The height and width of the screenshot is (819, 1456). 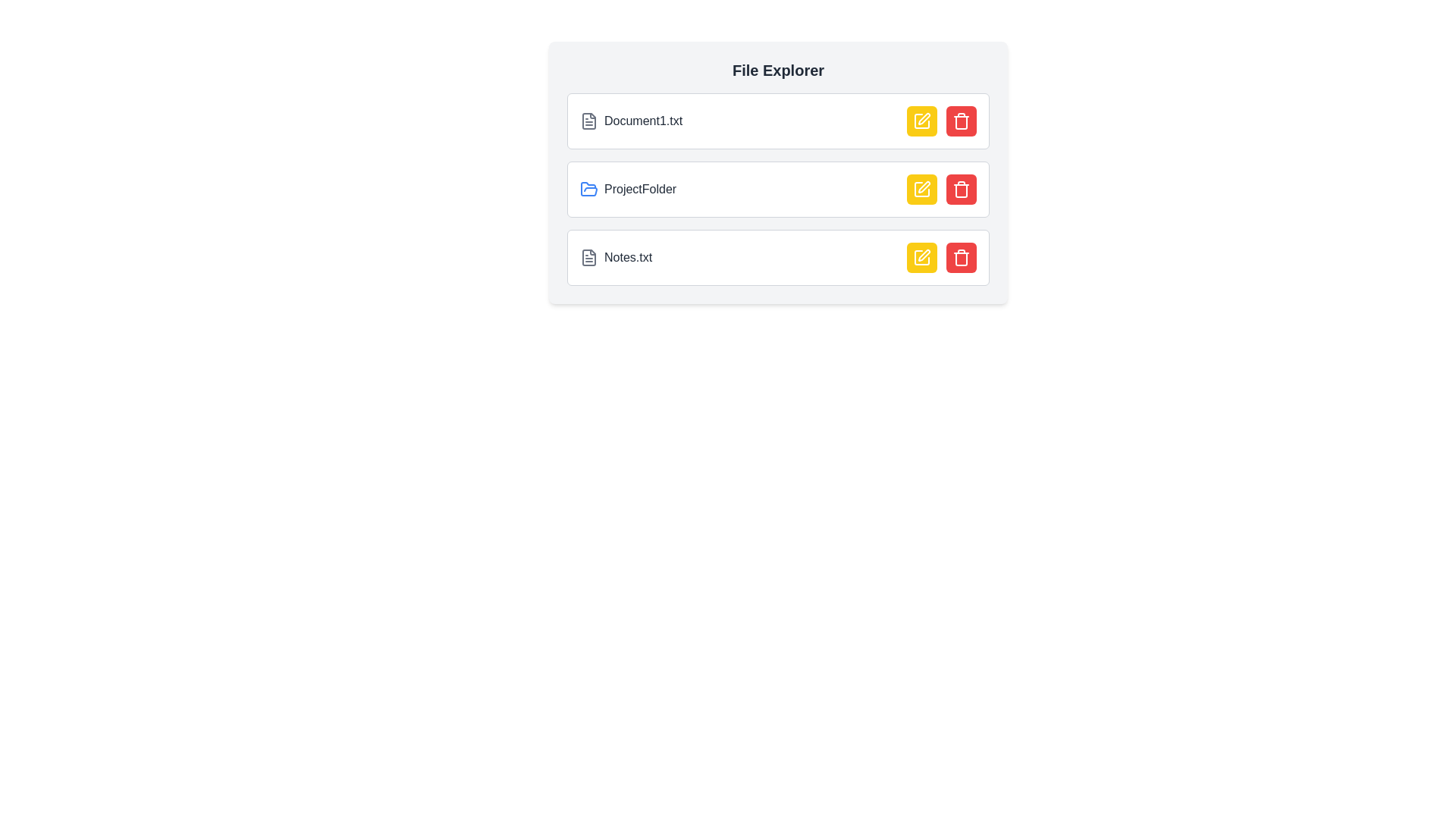 What do you see at coordinates (616, 256) in the screenshot?
I see `file name 'Notes.txt' from the list entry in the file explorer, which is identified by its icon and text at the third position in the vertically stacked list` at bounding box center [616, 256].